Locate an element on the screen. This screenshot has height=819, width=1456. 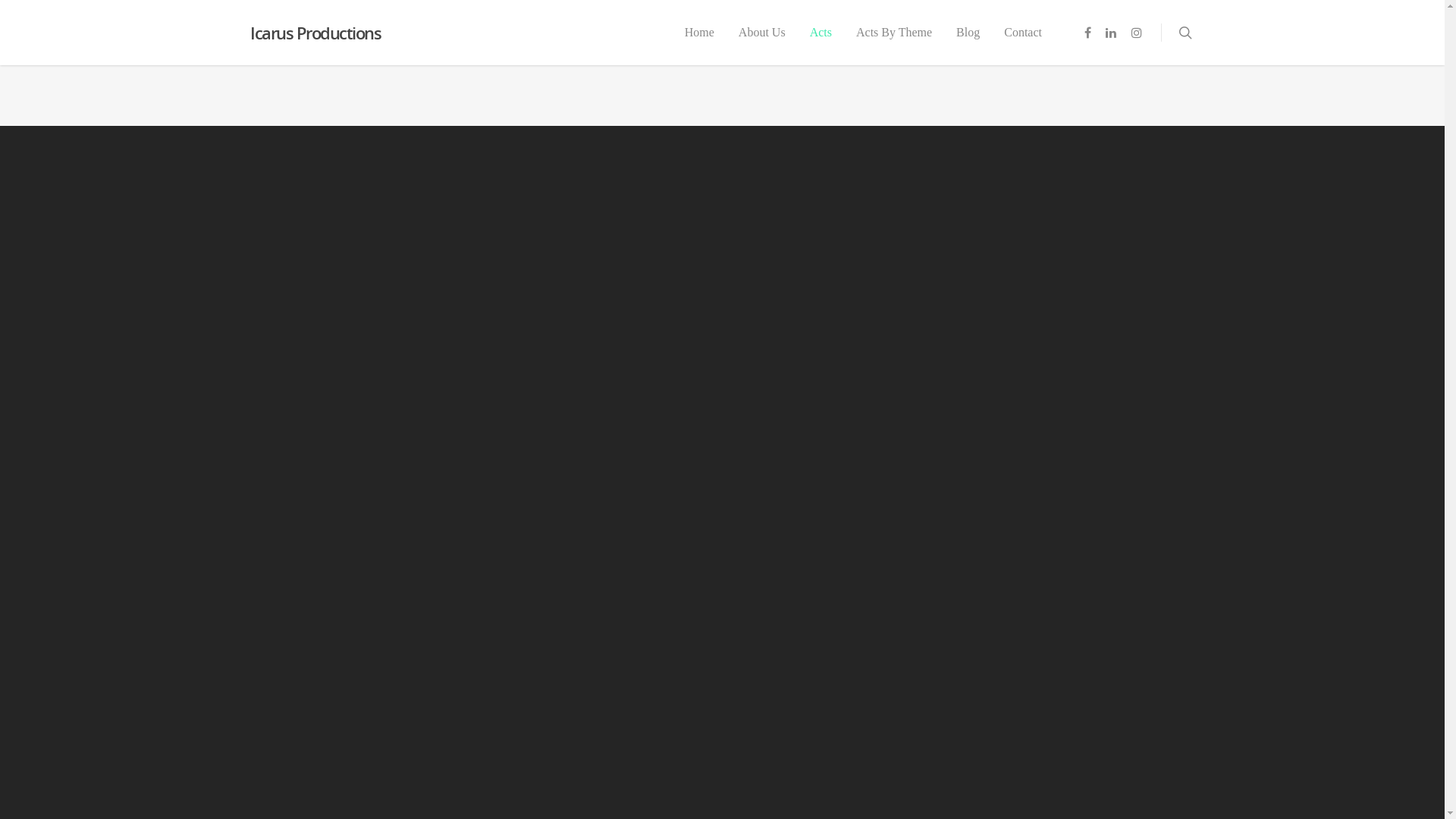
'Blog' is located at coordinates (944, 42).